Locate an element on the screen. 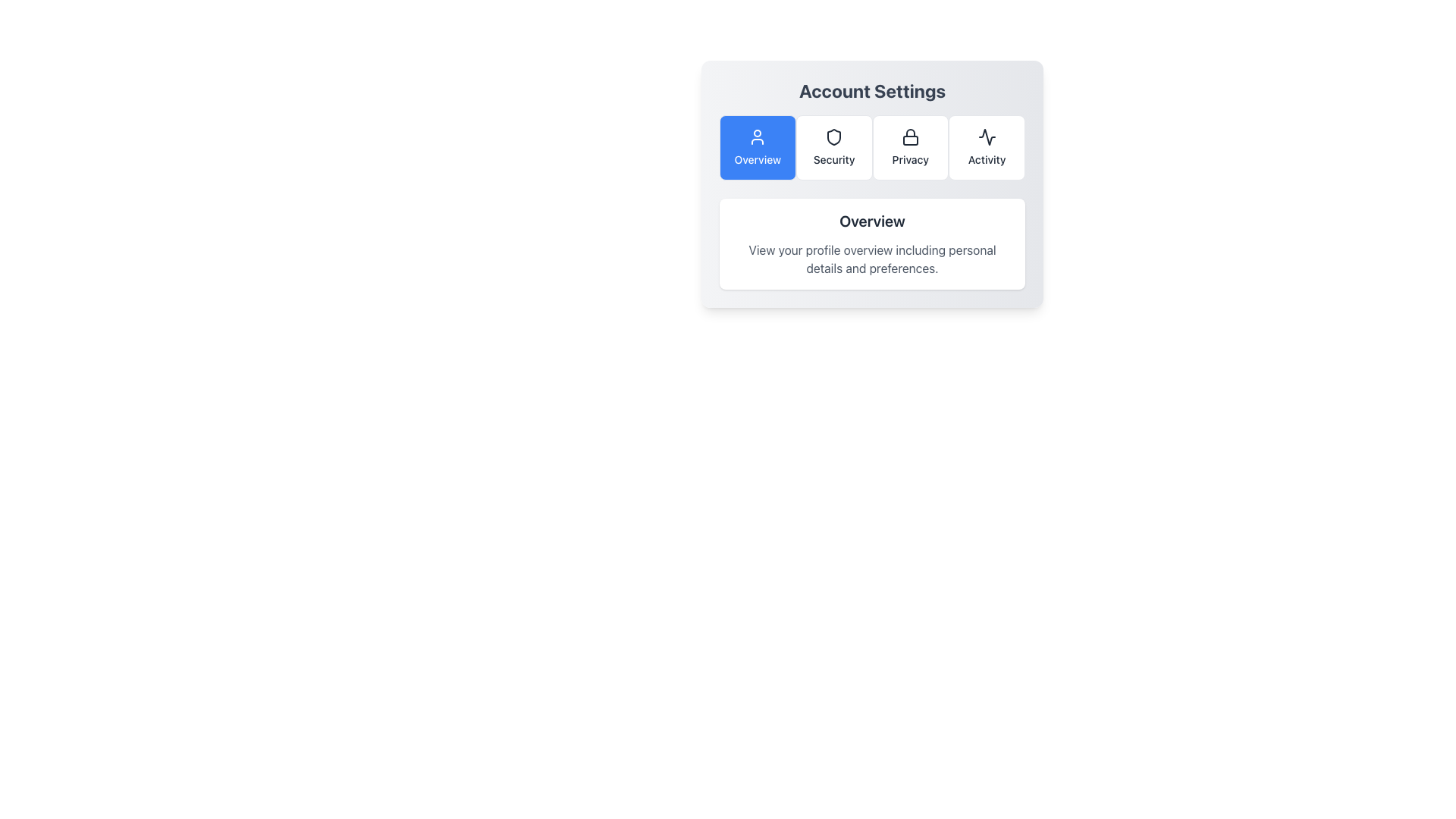  the button that navigates to the Privacy settings, located as the third item in a horizontal row of buttons, between the 'Security' button and the 'Activity' button is located at coordinates (910, 148).